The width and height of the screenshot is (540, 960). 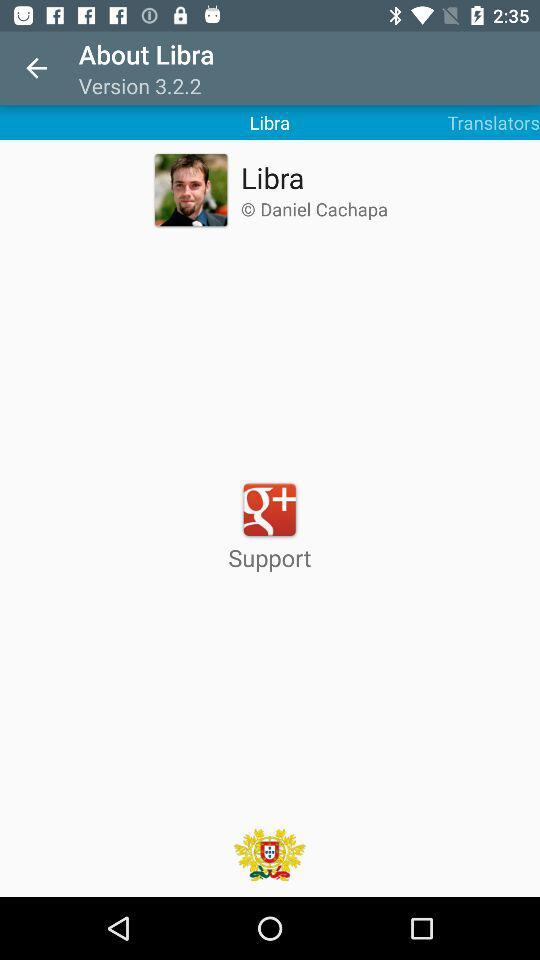 I want to click on the icon below the support icon, so click(x=269, y=853).